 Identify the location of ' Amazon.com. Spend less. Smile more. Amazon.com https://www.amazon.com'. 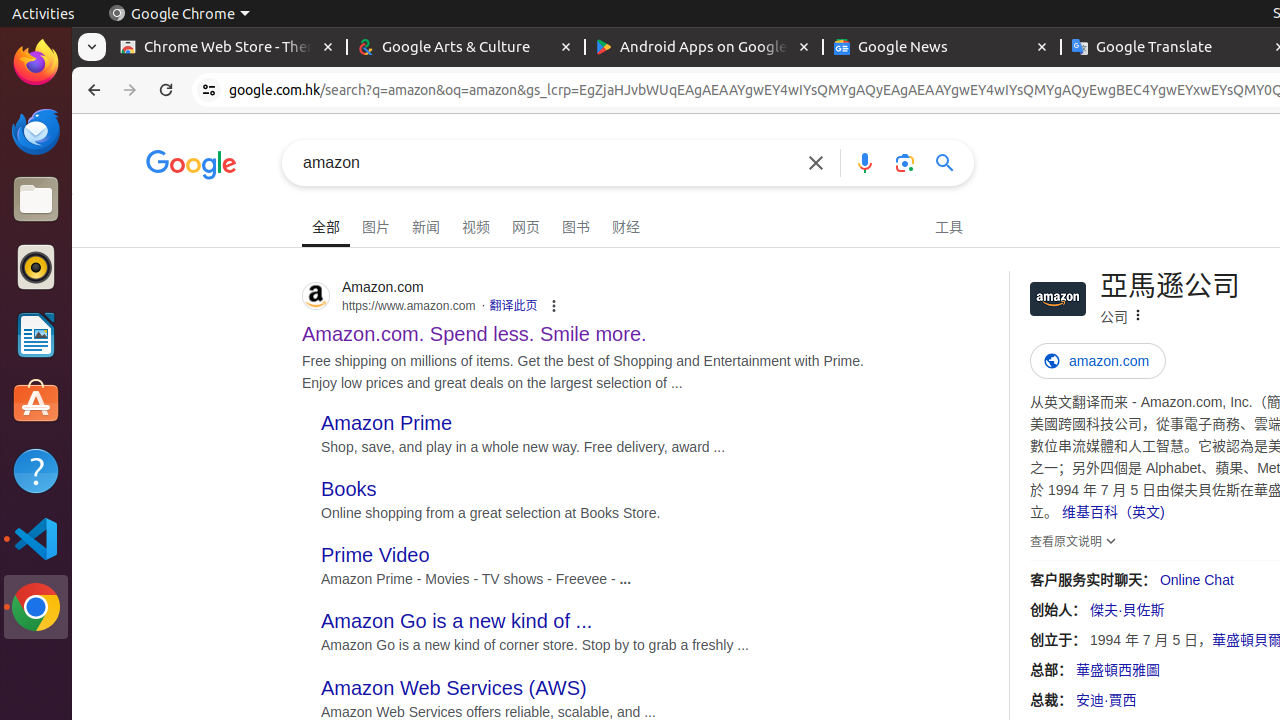
(473, 327).